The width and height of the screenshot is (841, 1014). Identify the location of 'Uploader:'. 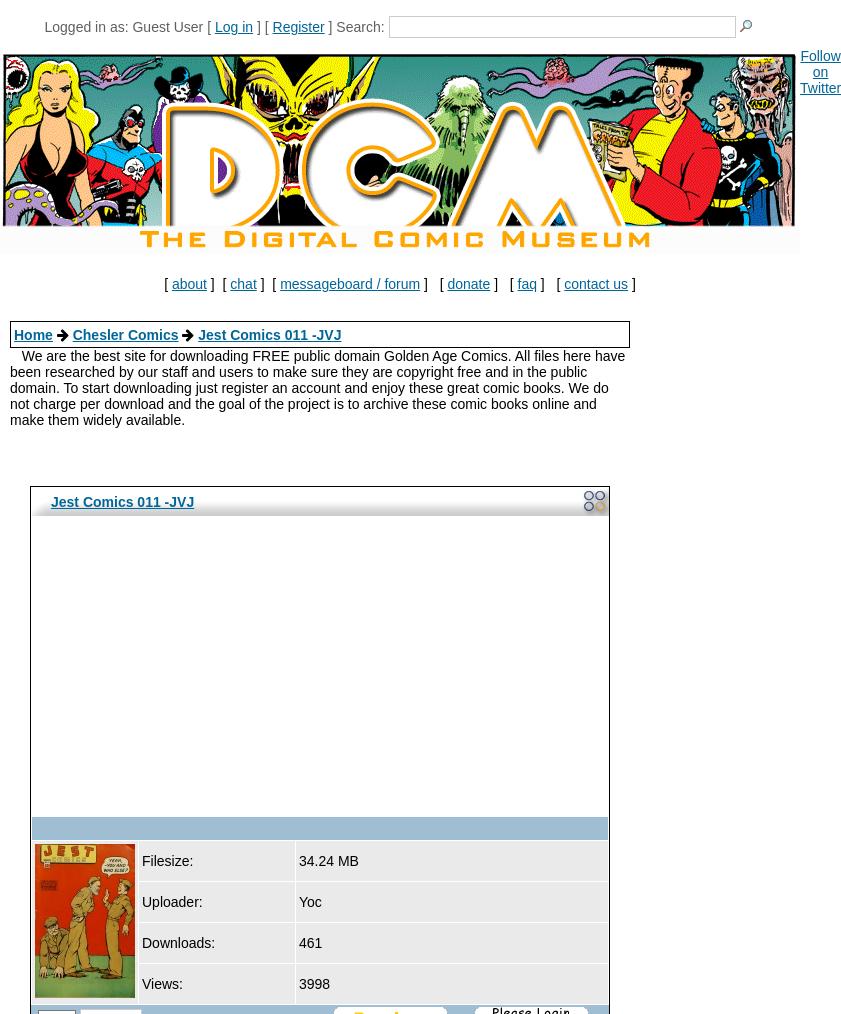
(170, 900).